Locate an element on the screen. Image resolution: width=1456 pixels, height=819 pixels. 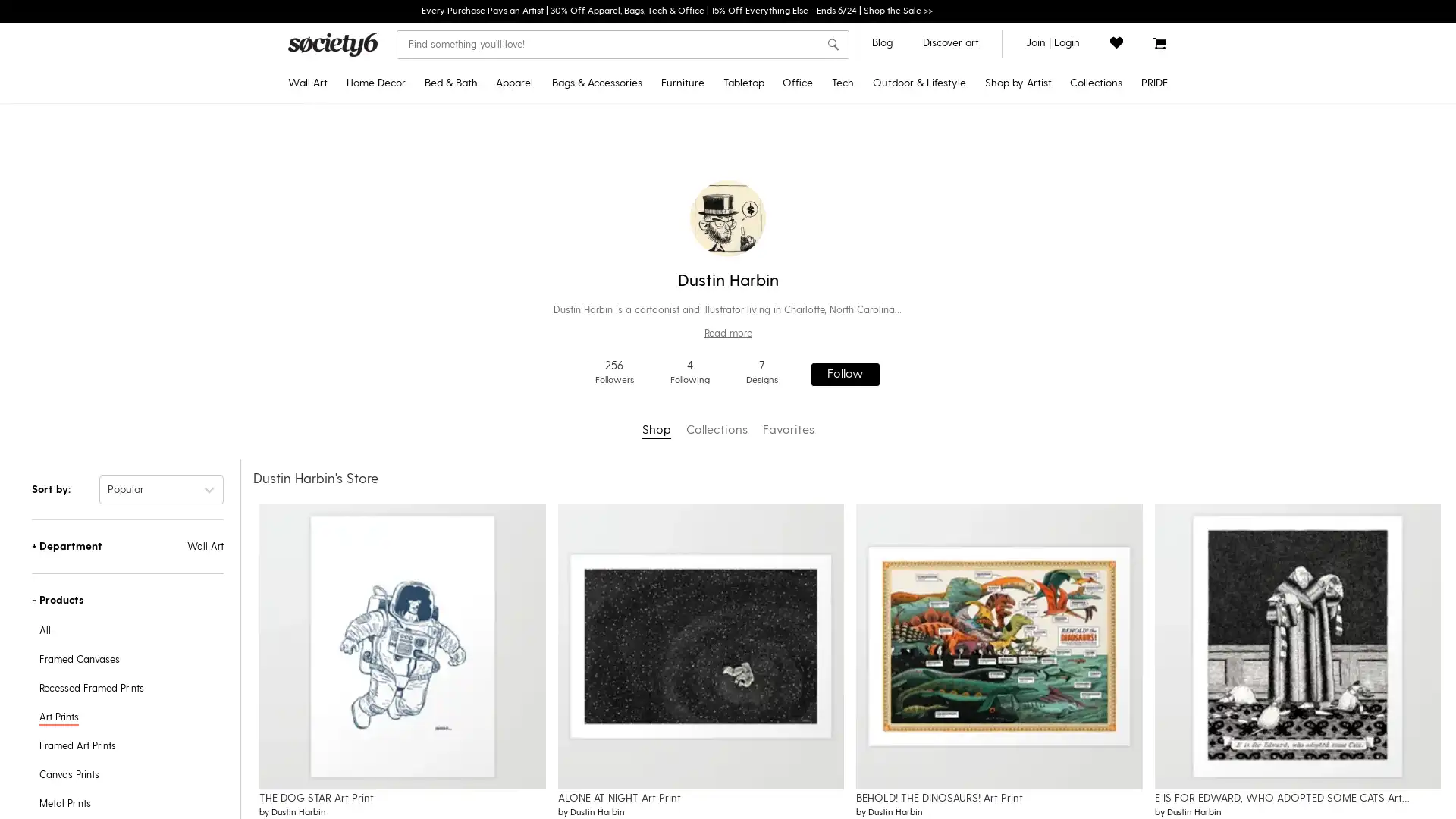
iPad Folio Cases is located at coordinates (896, 268).